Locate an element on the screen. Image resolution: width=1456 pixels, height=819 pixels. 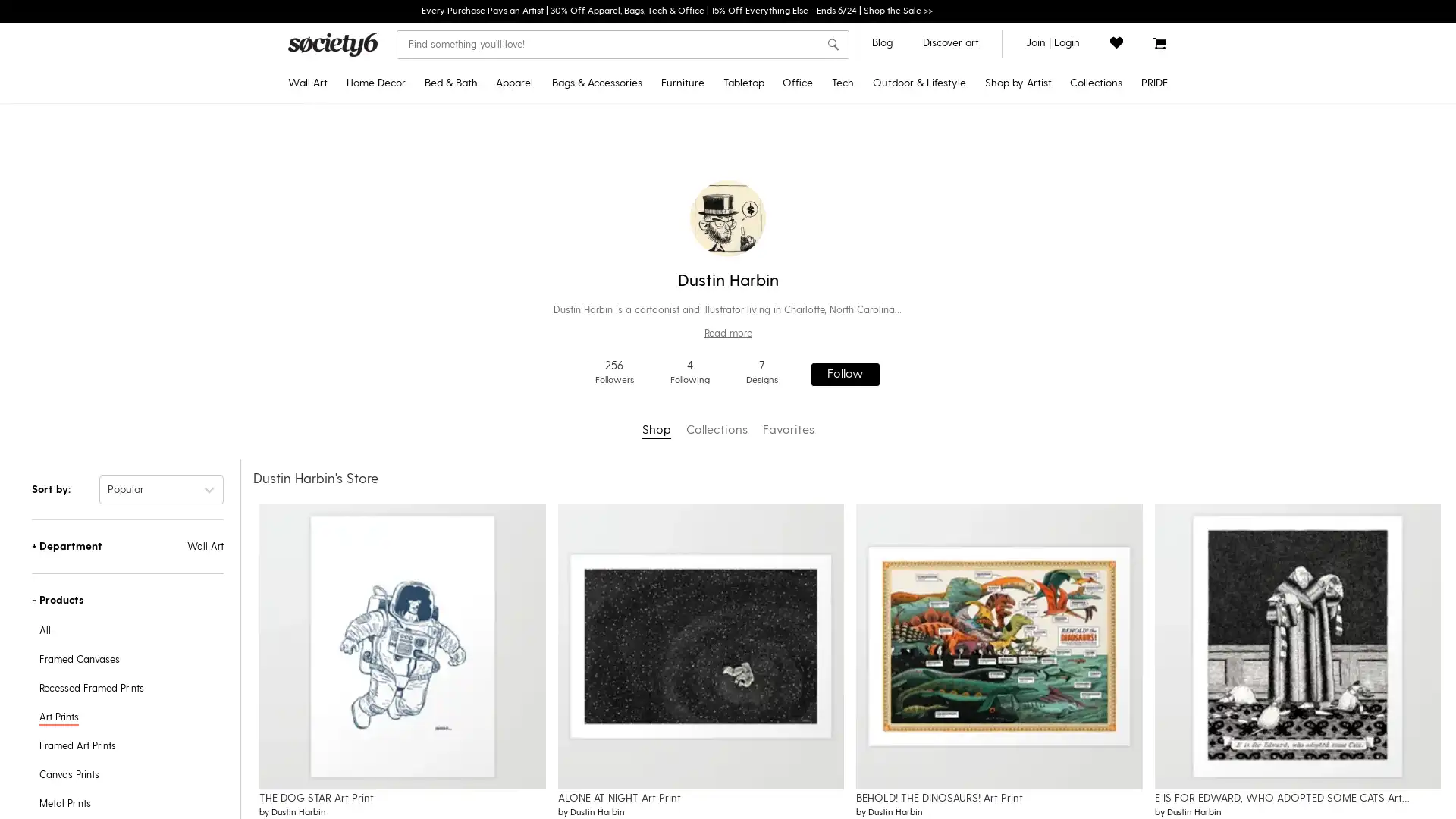
iPad Folio Cases is located at coordinates (896, 268).